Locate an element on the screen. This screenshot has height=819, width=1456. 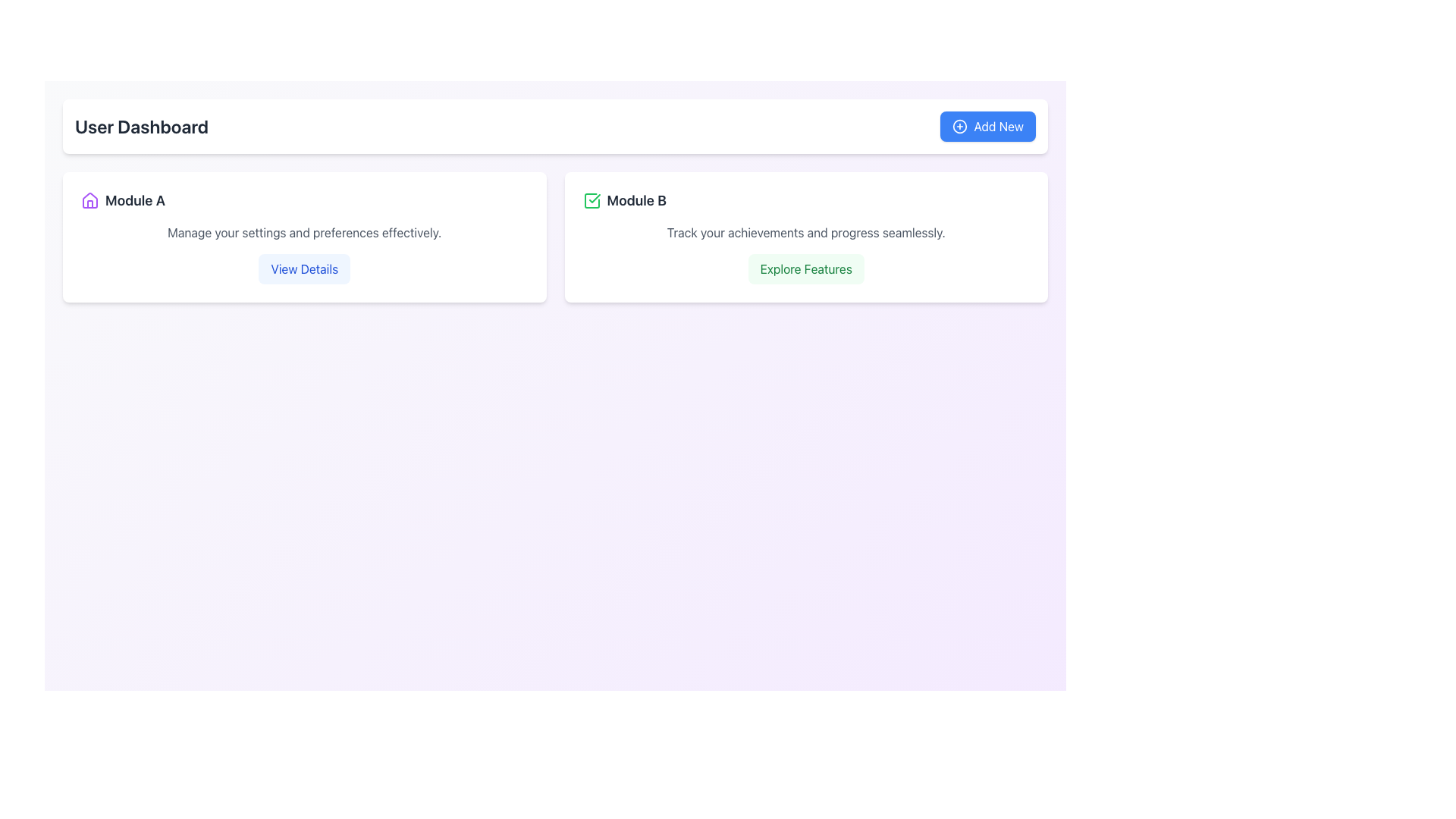
the purple outlined house icon located in the header area of the 'Module A' card, positioned to the left of the text 'Module A' is located at coordinates (89, 199).